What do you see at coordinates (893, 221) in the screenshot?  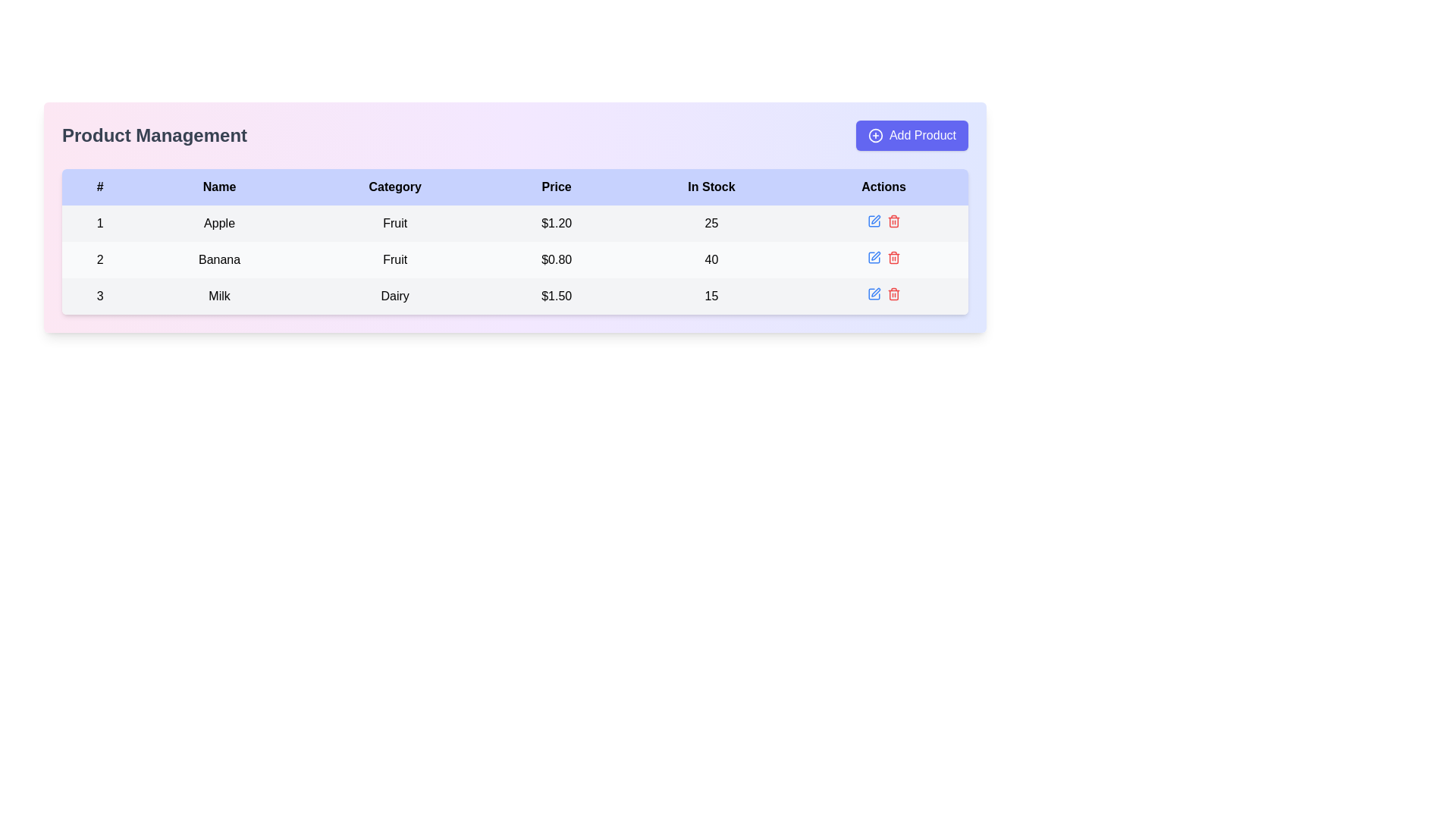 I see `the delete icon button located on the rightmost side of the 'Actions' column in the third row of the table` at bounding box center [893, 221].